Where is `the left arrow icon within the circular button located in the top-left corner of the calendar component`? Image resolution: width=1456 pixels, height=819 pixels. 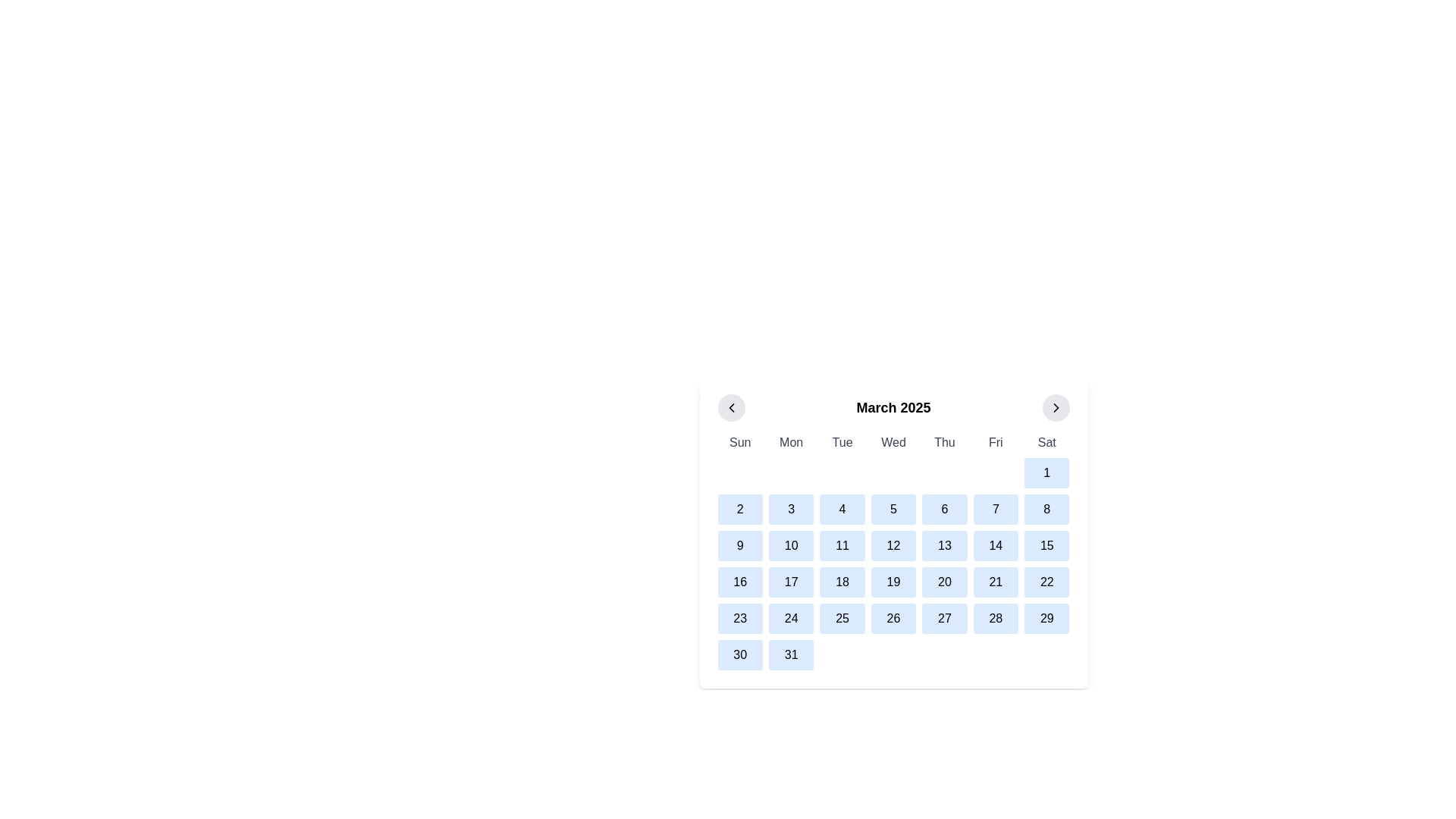
the left arrow icon within the circular button located in the top-left corner of the calendar component is located at coordinates (731, 406).